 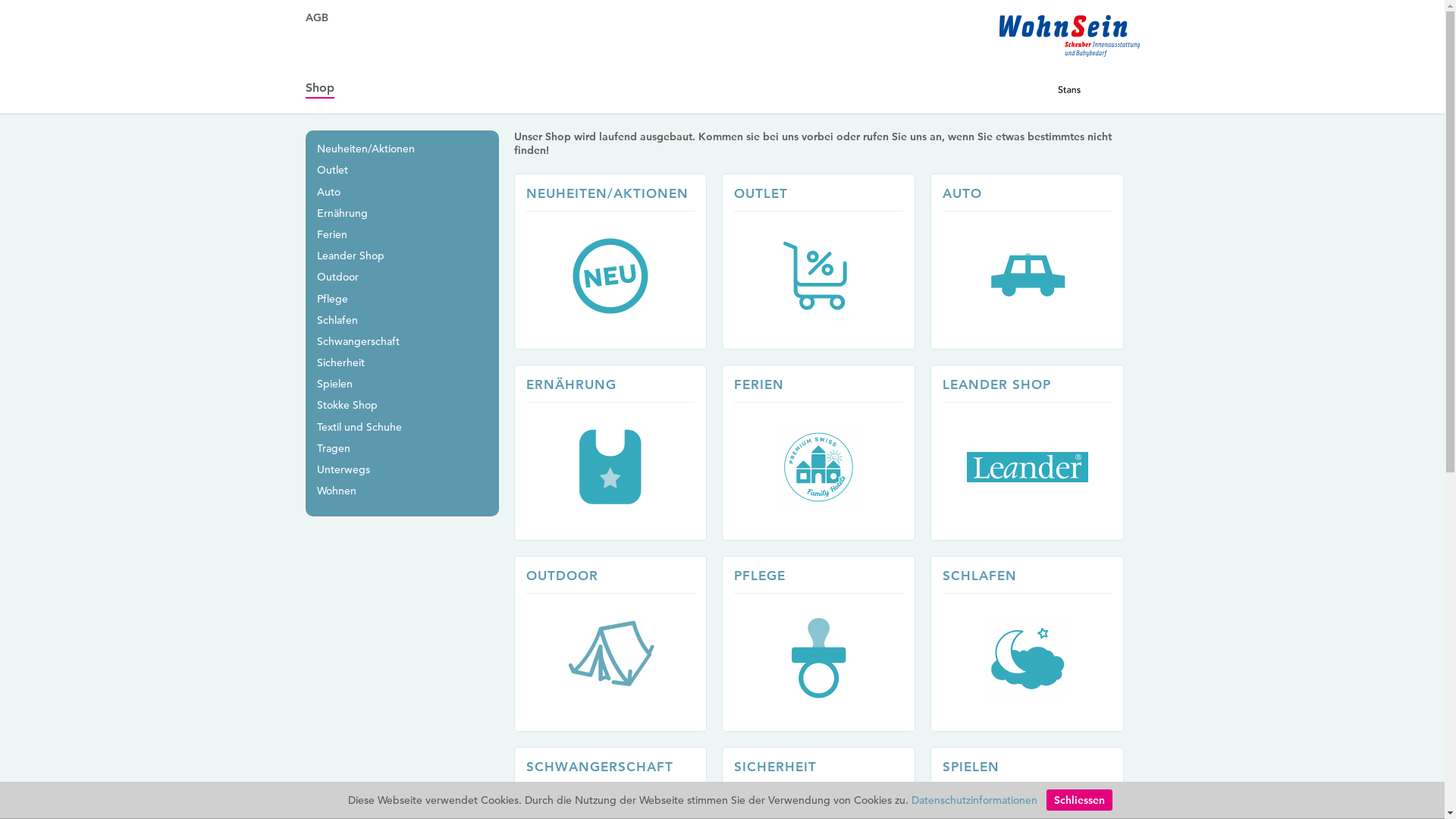 What do you see at coordinates (340, 362) in the screenshot?
I see `'Sicherheit'` at bounding box center [340, 362].